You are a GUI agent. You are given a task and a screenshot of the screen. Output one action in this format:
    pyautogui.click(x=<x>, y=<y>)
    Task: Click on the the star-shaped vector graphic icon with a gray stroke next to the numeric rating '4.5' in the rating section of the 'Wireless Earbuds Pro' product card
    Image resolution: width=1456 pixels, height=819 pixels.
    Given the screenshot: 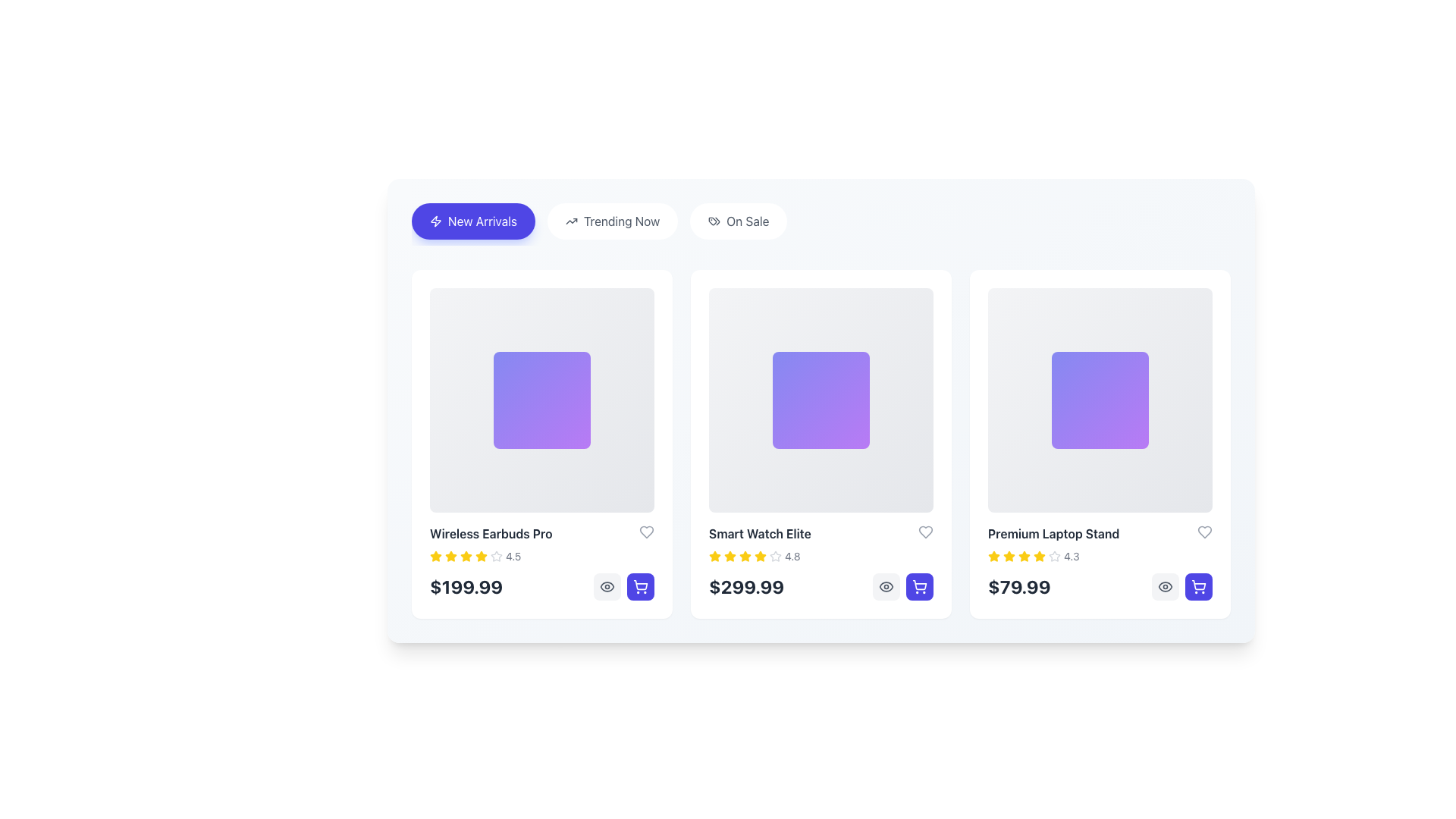 What is the action you would take?
    pyautogui.click(x=496, y=556)
    